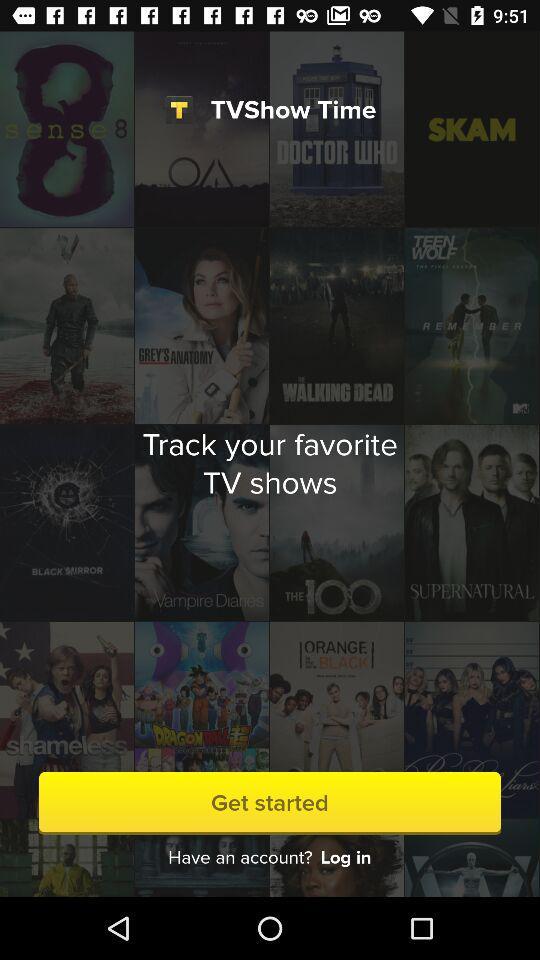 The image size is (540, 960). I want to click on the get started, so click(270, 803).